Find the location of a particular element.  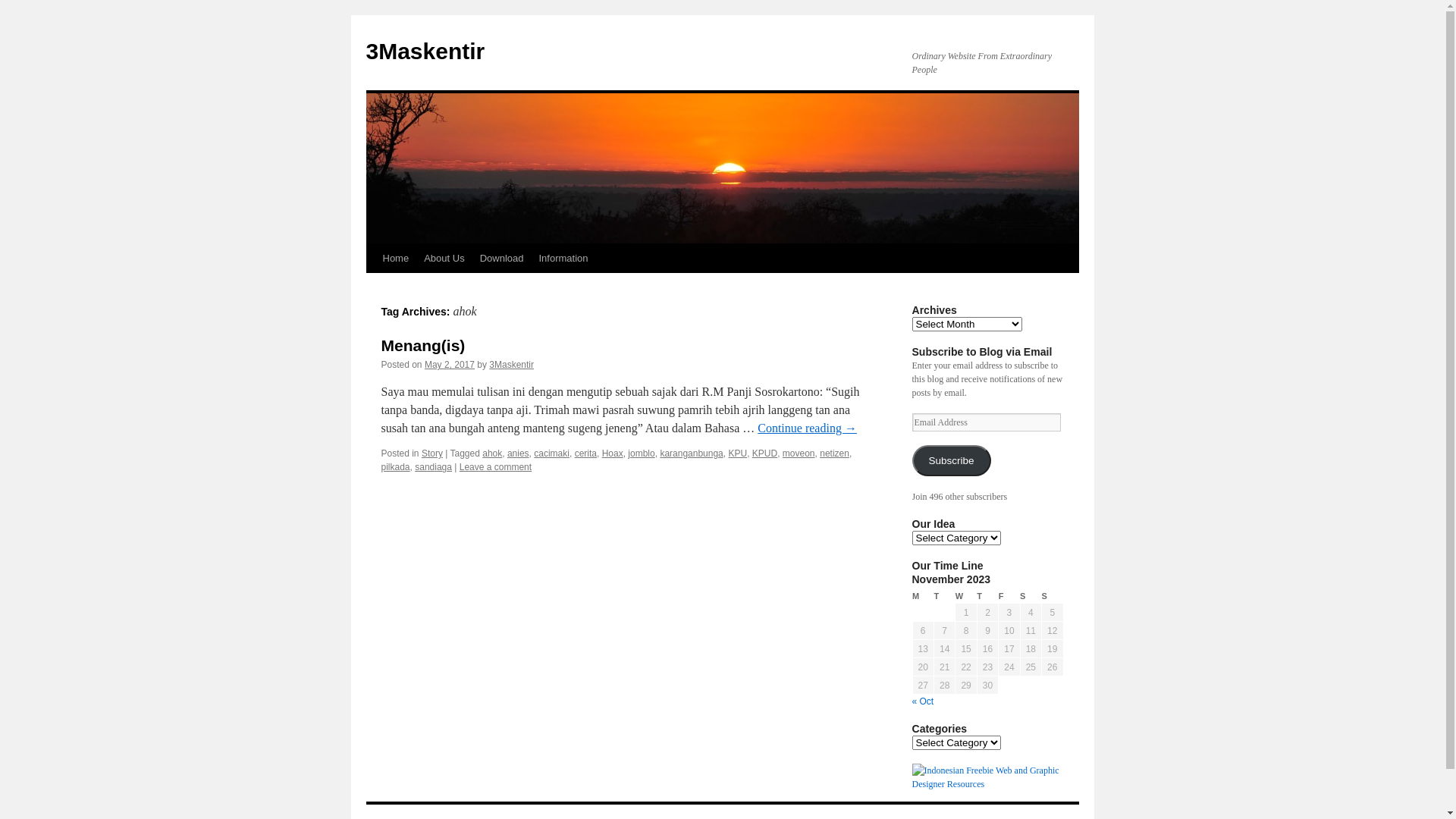

'May 2, 2017' is located at coordinates (425, 365).